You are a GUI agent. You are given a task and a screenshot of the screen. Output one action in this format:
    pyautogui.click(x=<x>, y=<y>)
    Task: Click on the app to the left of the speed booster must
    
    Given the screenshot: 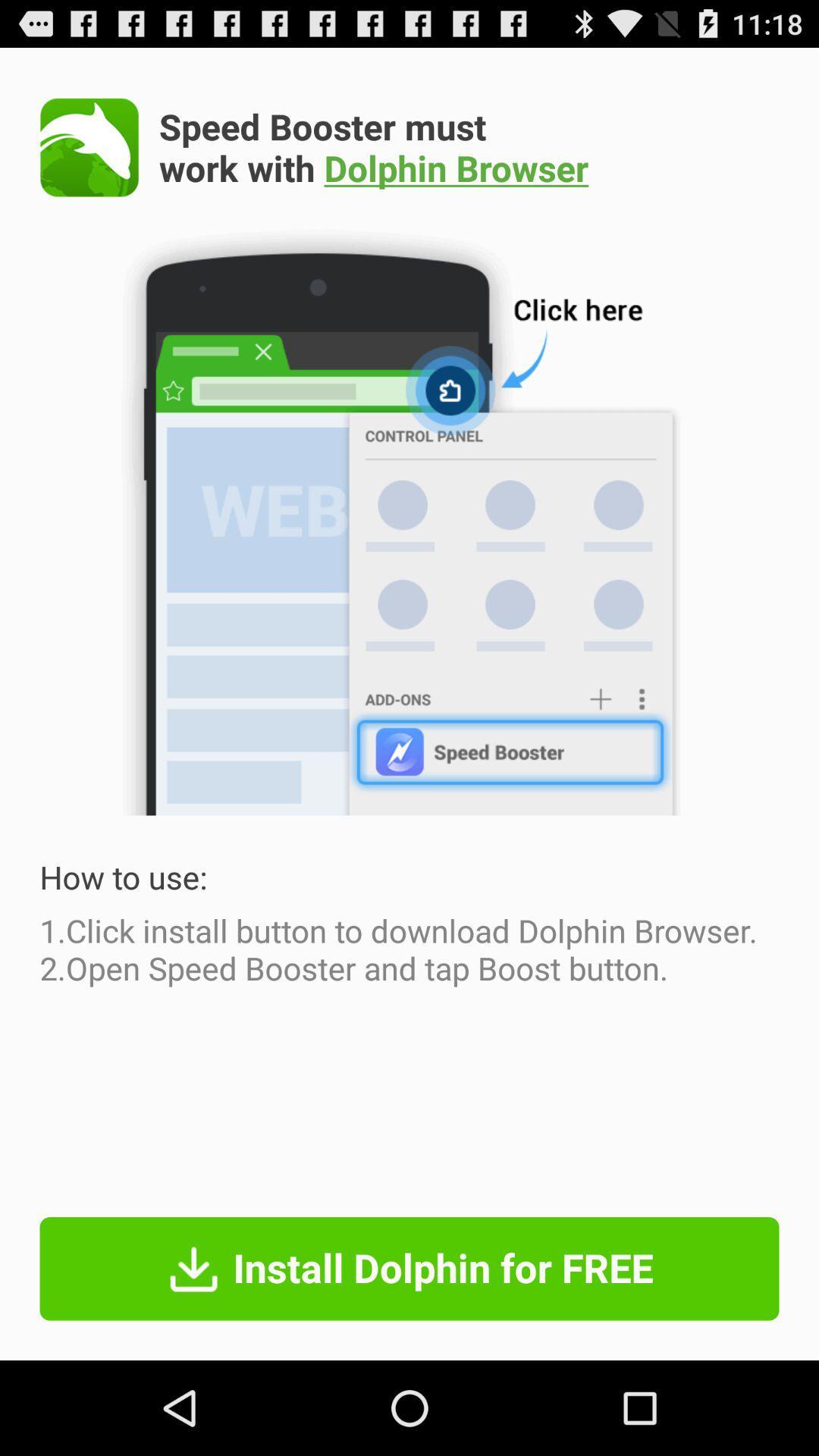 What is the action you would take?
    pyautogui.click(x=89, y=147)
    